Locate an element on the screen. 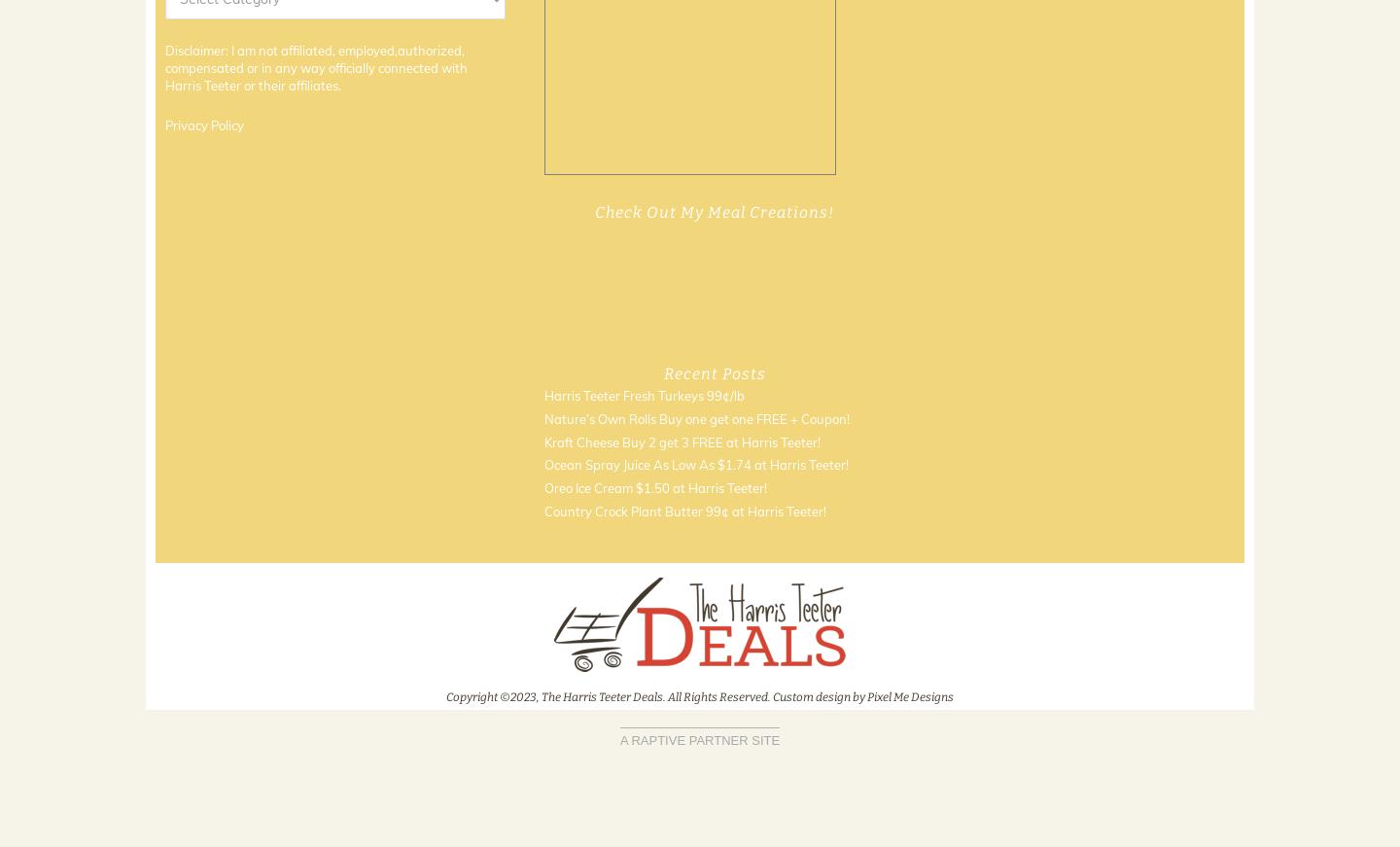 The image size is (1400, 847). 'Pixel Me Designs' is located at coordinates (865, 696).